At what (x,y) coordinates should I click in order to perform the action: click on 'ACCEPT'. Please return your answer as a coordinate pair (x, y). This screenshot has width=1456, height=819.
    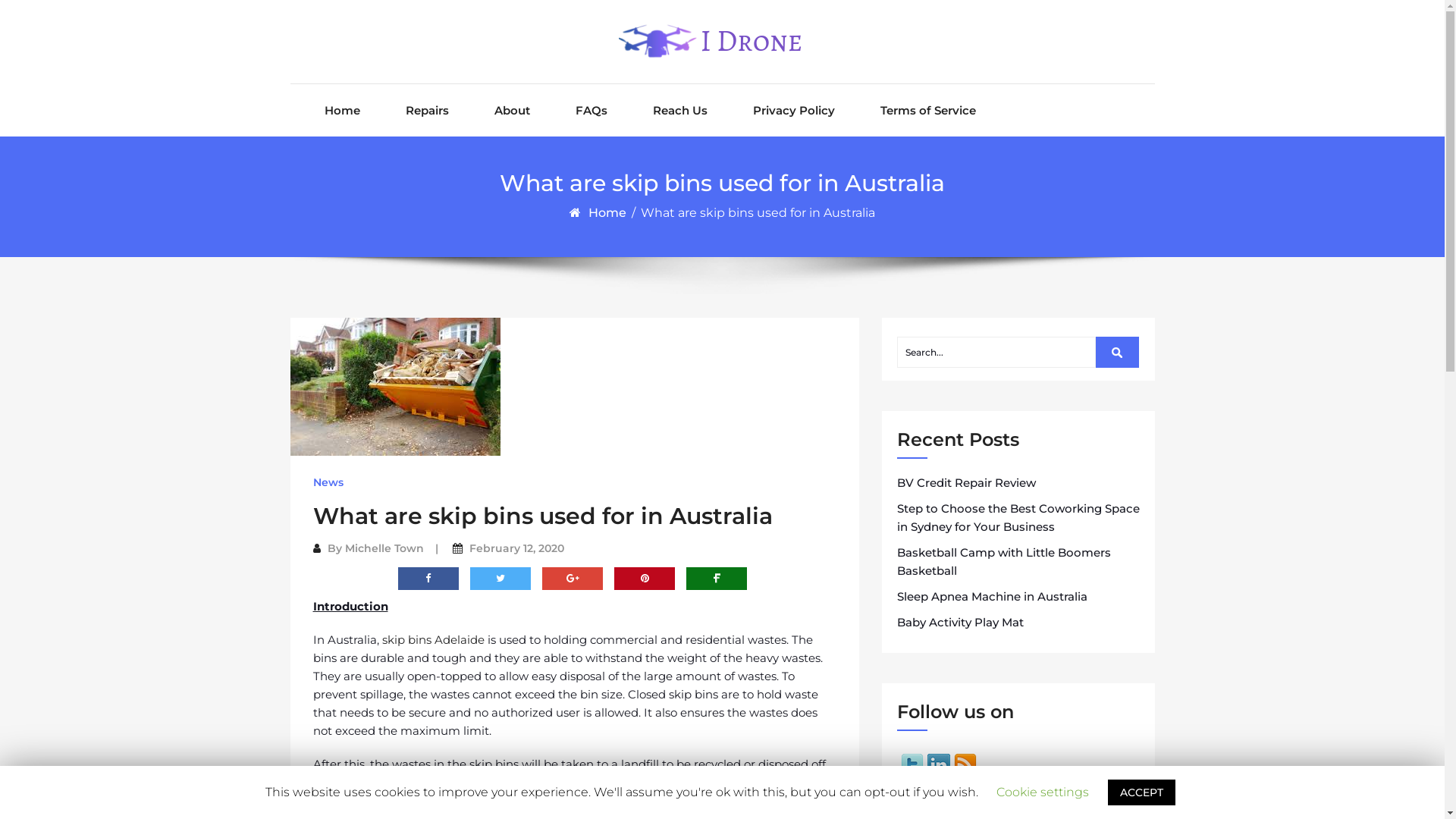
    Looking at the image, I should click on (1107, 792).